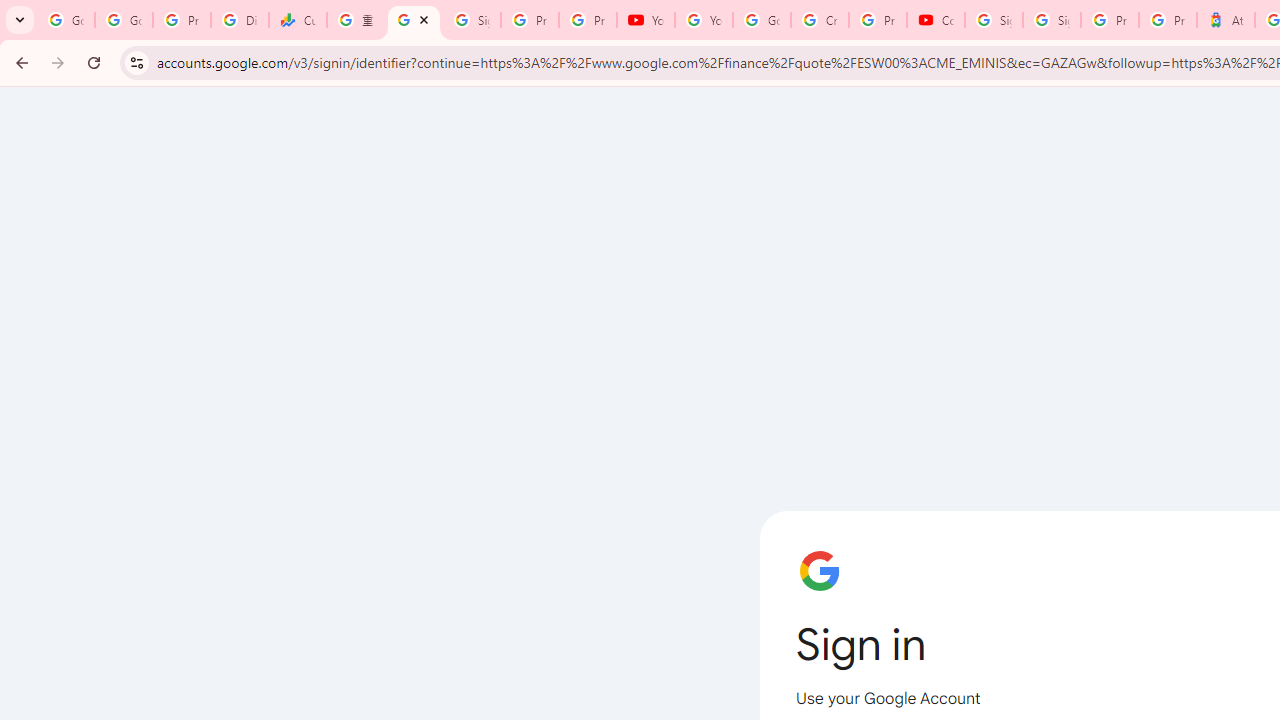 The image size is (1280, 720). I want to click on 'Currencies - Google Finance', so click(296, 20).